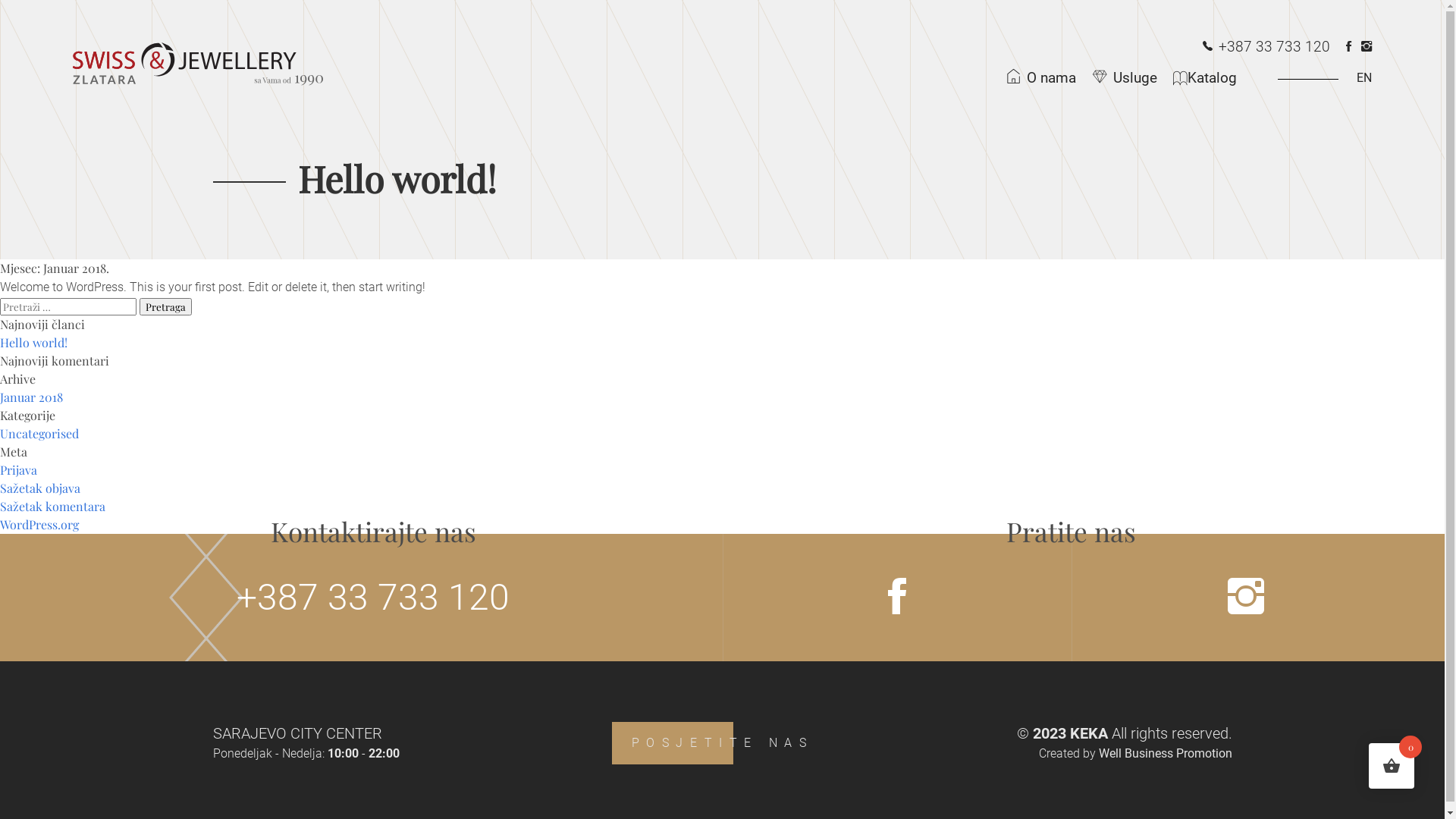  I want to click on '+387 33 733 120', so click(373, 596).